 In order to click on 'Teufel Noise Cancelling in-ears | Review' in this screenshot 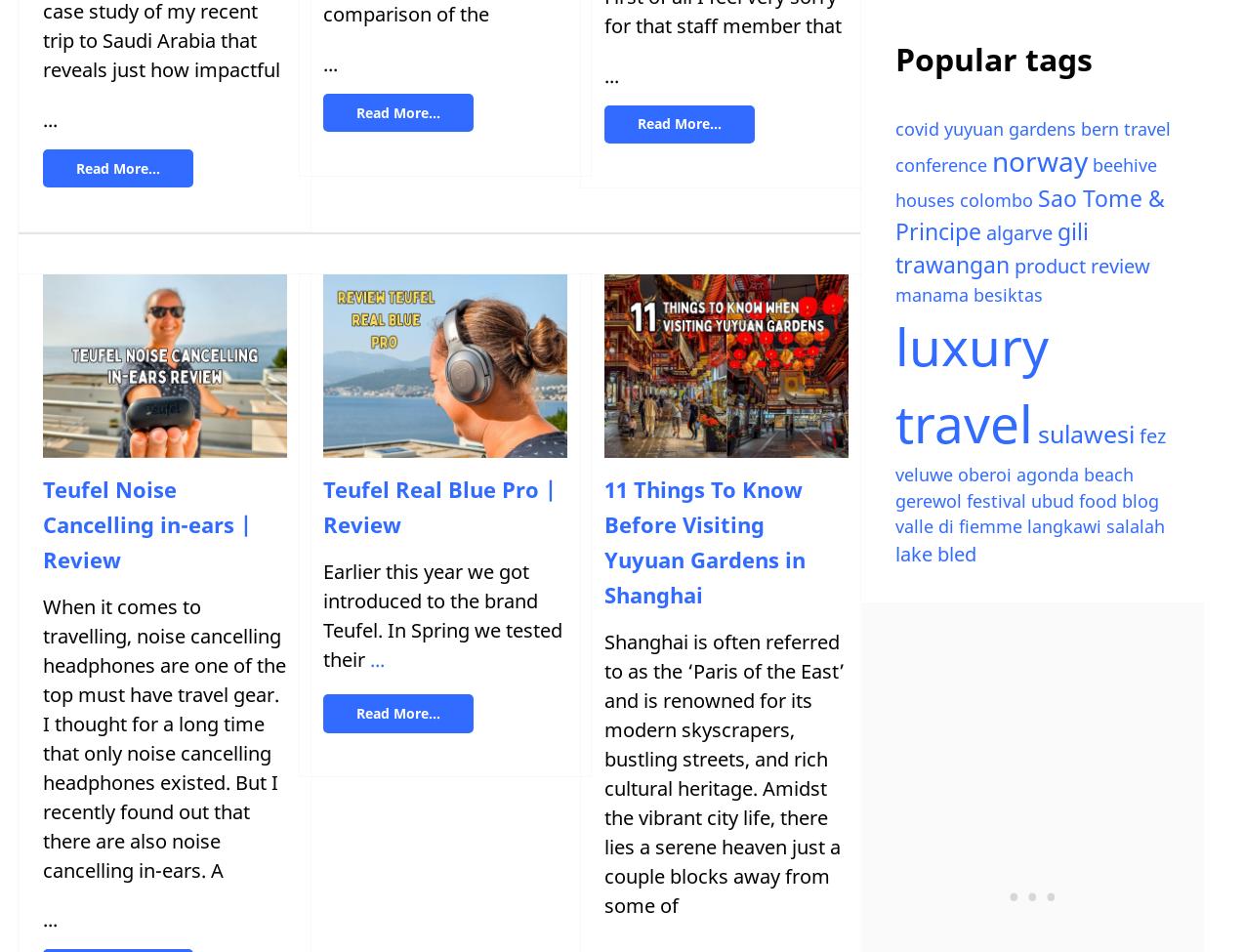, I will do `click(145, 522)`.